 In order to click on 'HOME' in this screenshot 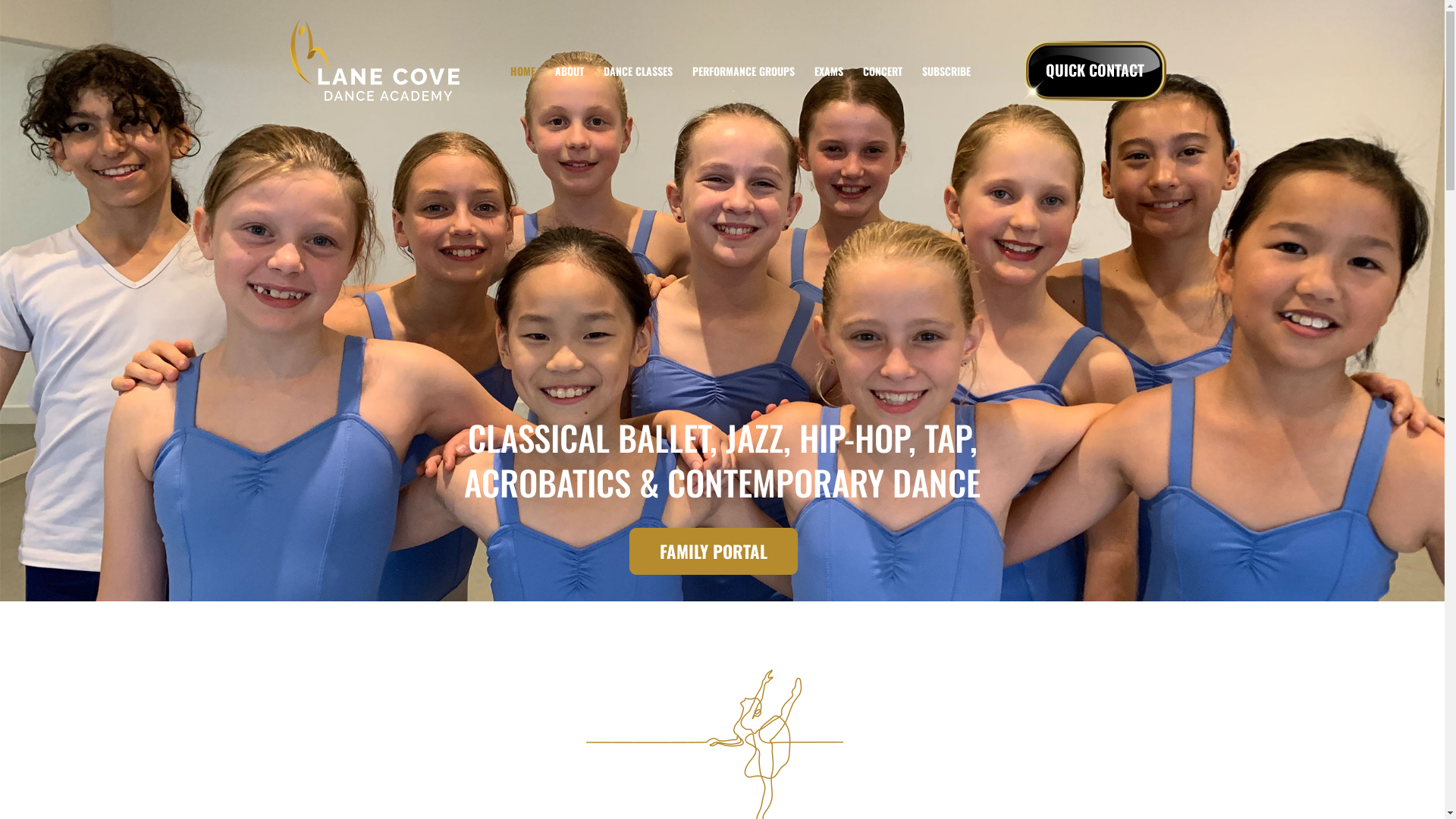, I will do `click(522, 71)`.